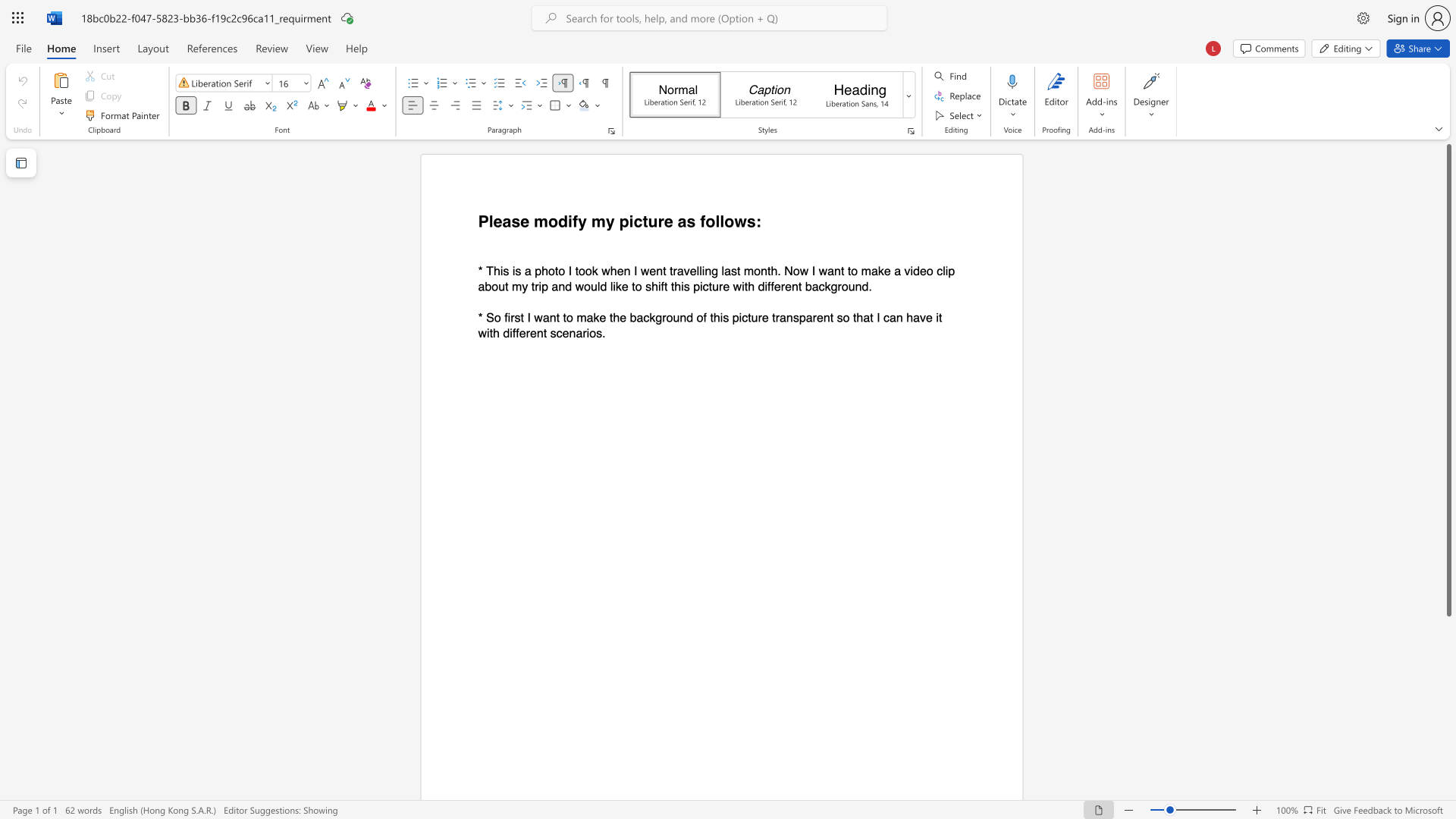 The height and width of the screenshot is (819, 1456). What do you see at coordinates (658, 286) in the screenshot?
I see `the subset text "ift this picture with different backgro" within the text "* This is a photo I took when I went travelling last month. Now I want to make a video clip about my trip and would like to shift this picture with different background."` at bounding box center [658, 286].